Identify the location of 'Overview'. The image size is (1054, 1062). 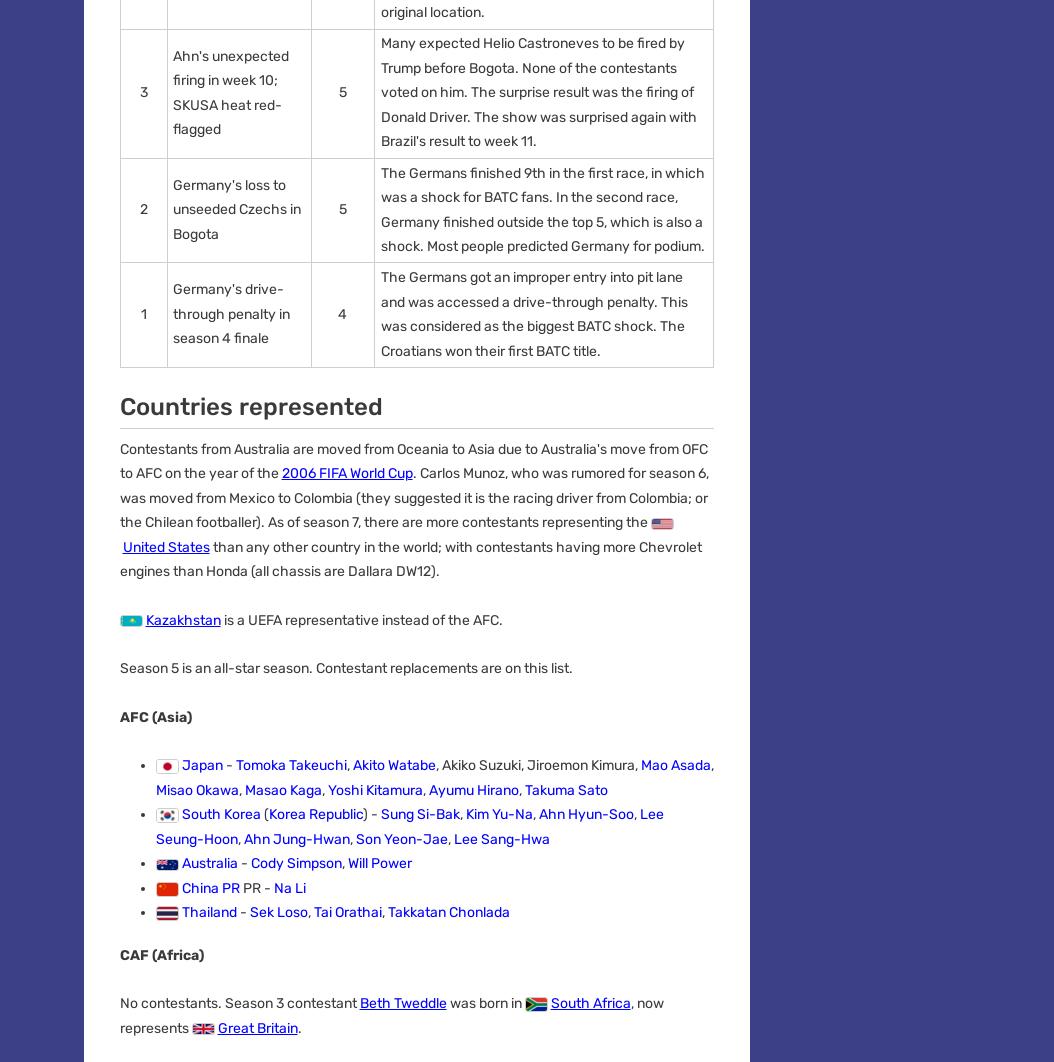
(115, 527).